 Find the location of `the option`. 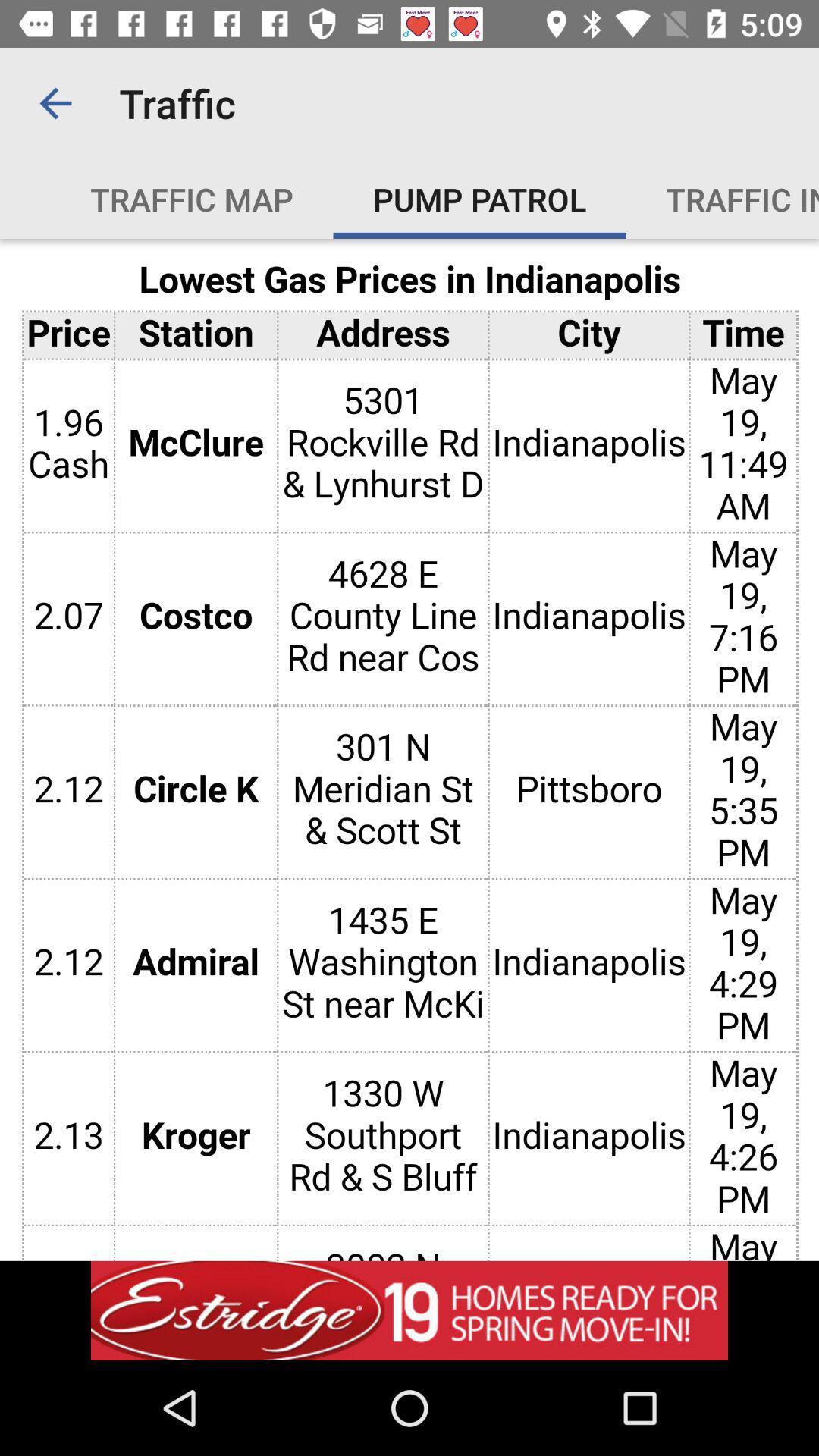

the option is located at coordinates (409, 1310).